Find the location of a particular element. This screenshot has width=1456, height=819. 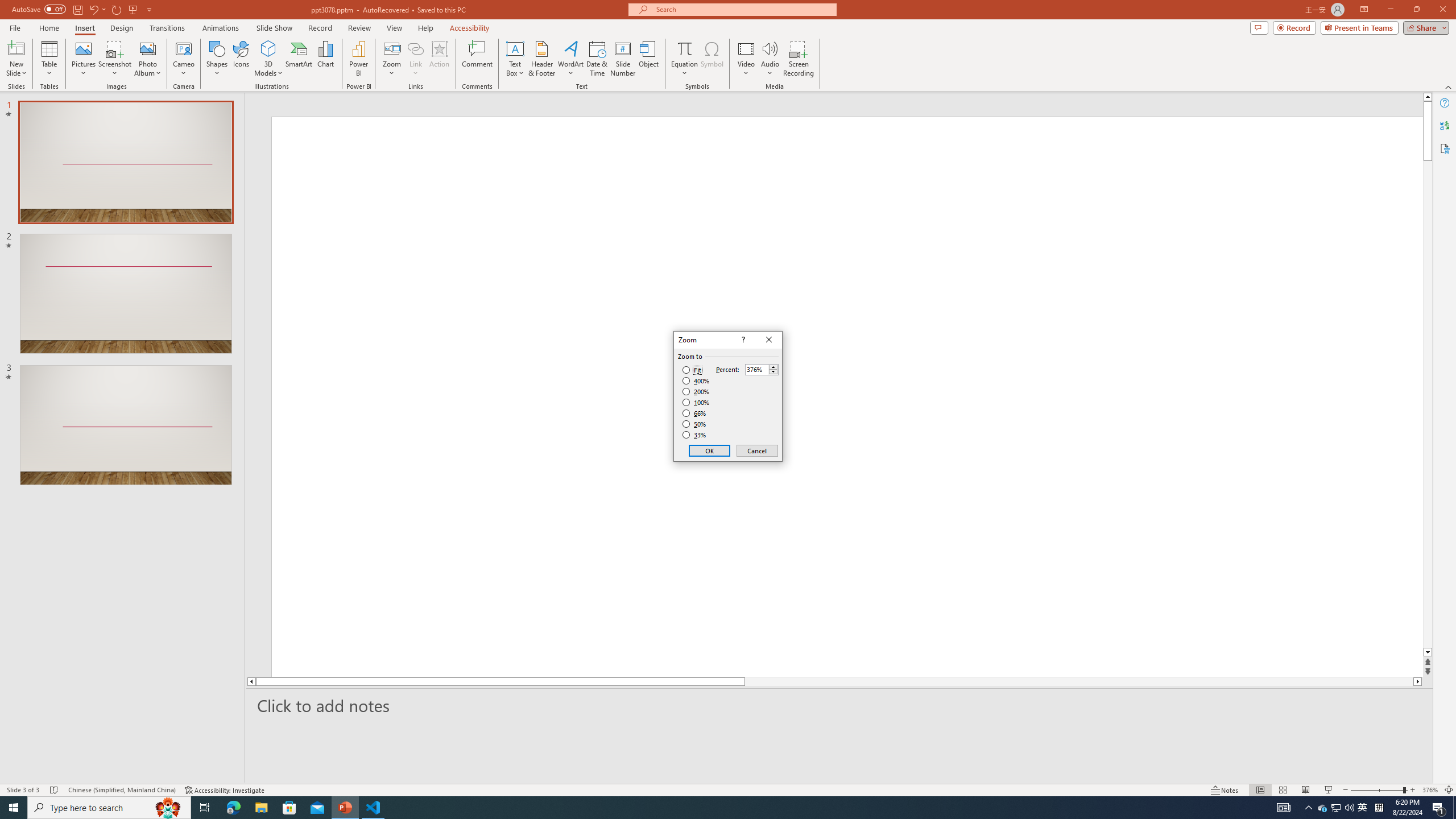

'Shapes' is located at coordinates (216, 59).